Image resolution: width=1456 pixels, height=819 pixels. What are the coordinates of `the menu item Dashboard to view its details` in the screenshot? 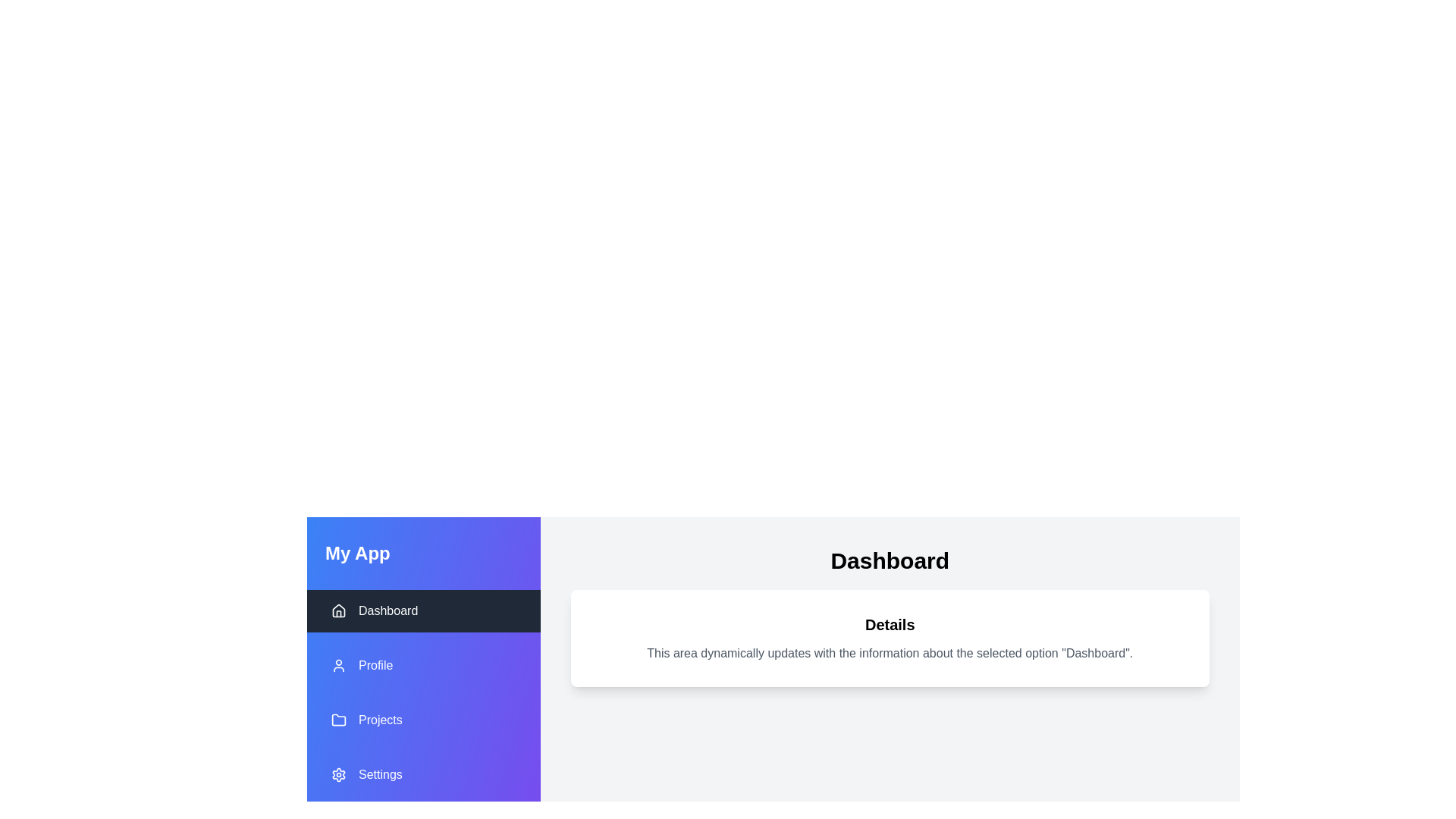 It's located at (423, 610).